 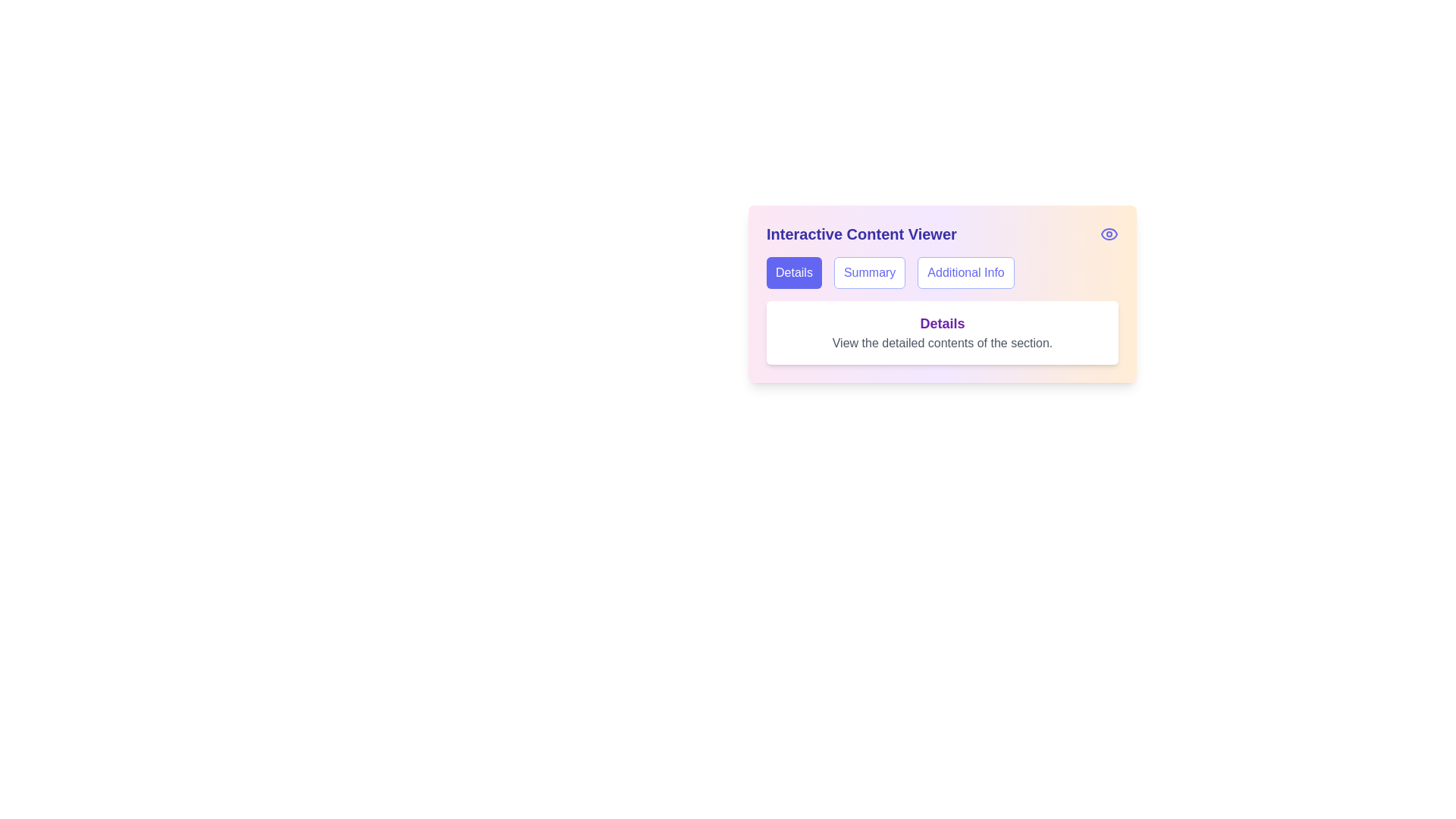 I want to click on the 'Additional Info' button, so click(x=965, y=271).